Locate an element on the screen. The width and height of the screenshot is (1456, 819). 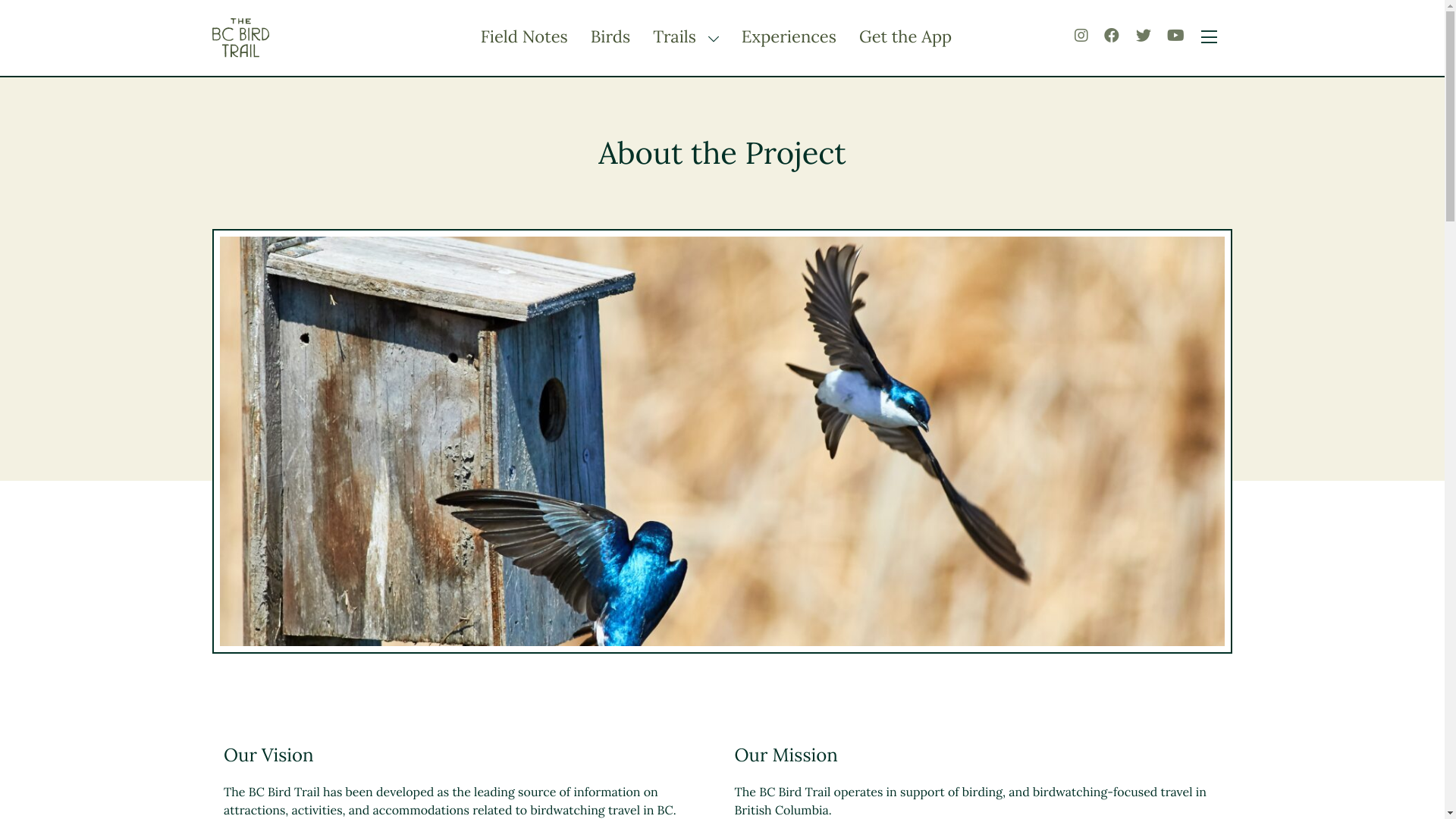
'Birds' is located at coordinates (589, 36).